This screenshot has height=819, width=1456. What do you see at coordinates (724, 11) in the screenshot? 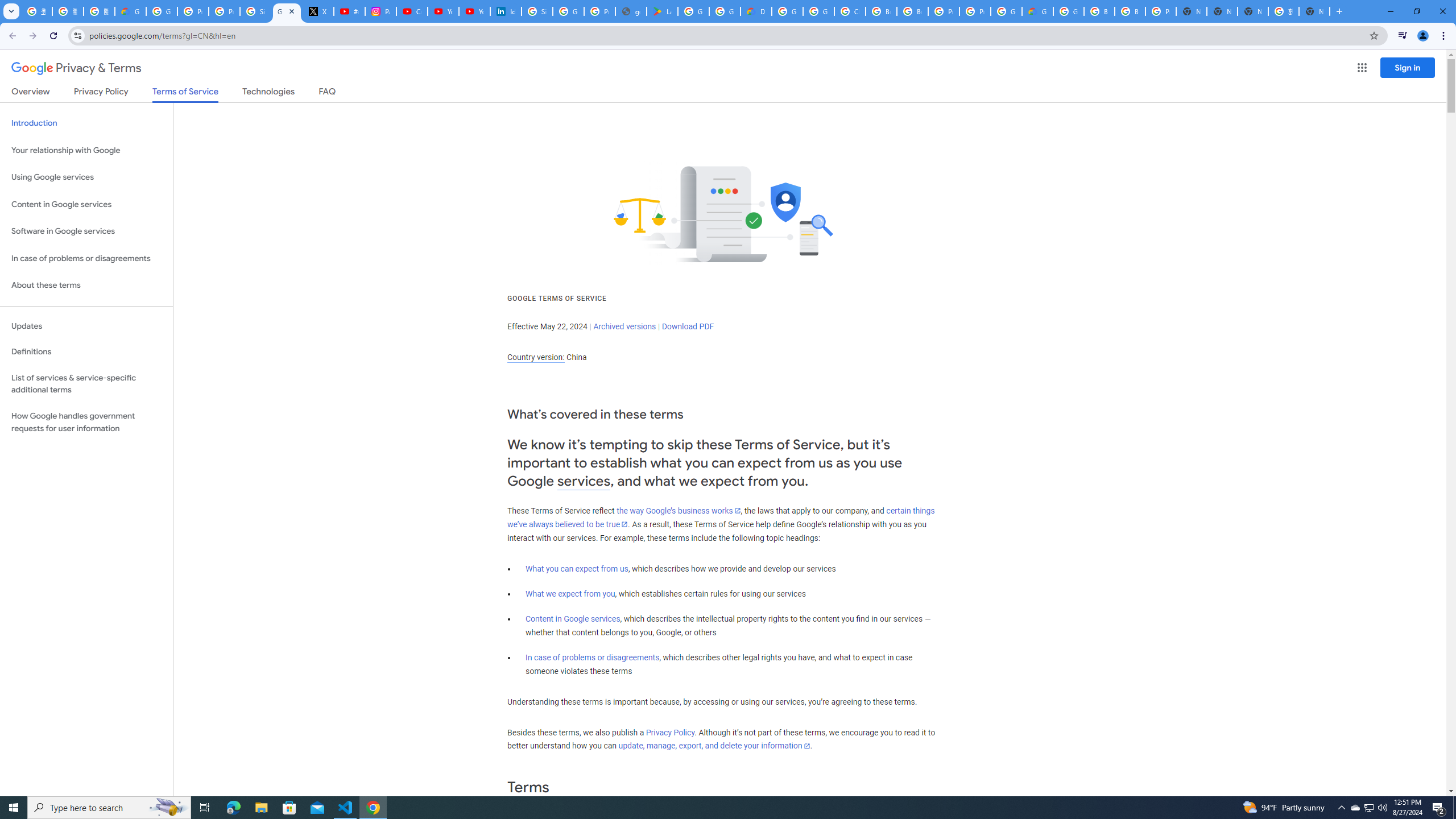
I see `'Google Workspace - Specific Terms'` at bounding box center [724, 11].